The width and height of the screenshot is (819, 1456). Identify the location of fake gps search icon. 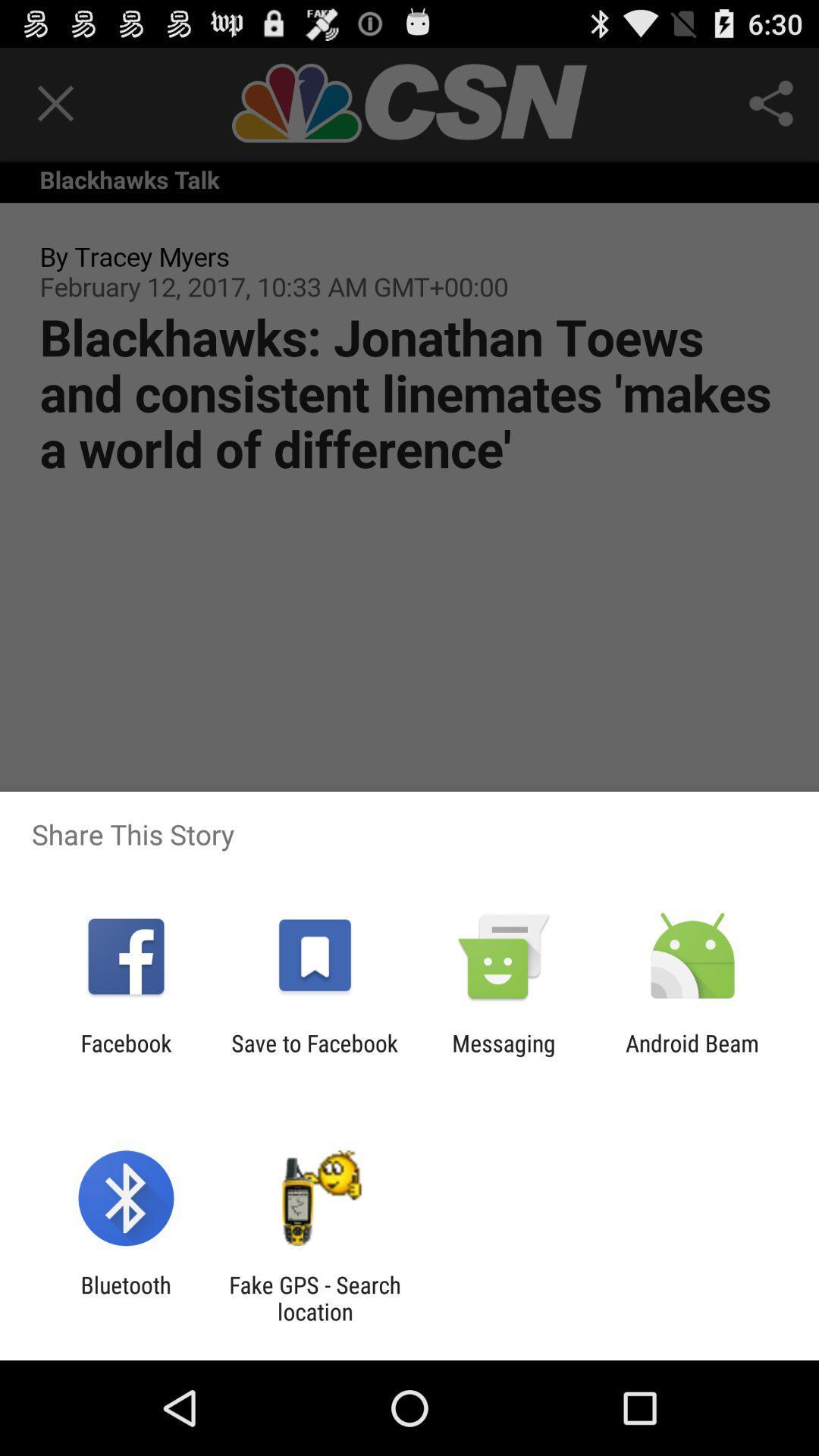
(314, 1298).